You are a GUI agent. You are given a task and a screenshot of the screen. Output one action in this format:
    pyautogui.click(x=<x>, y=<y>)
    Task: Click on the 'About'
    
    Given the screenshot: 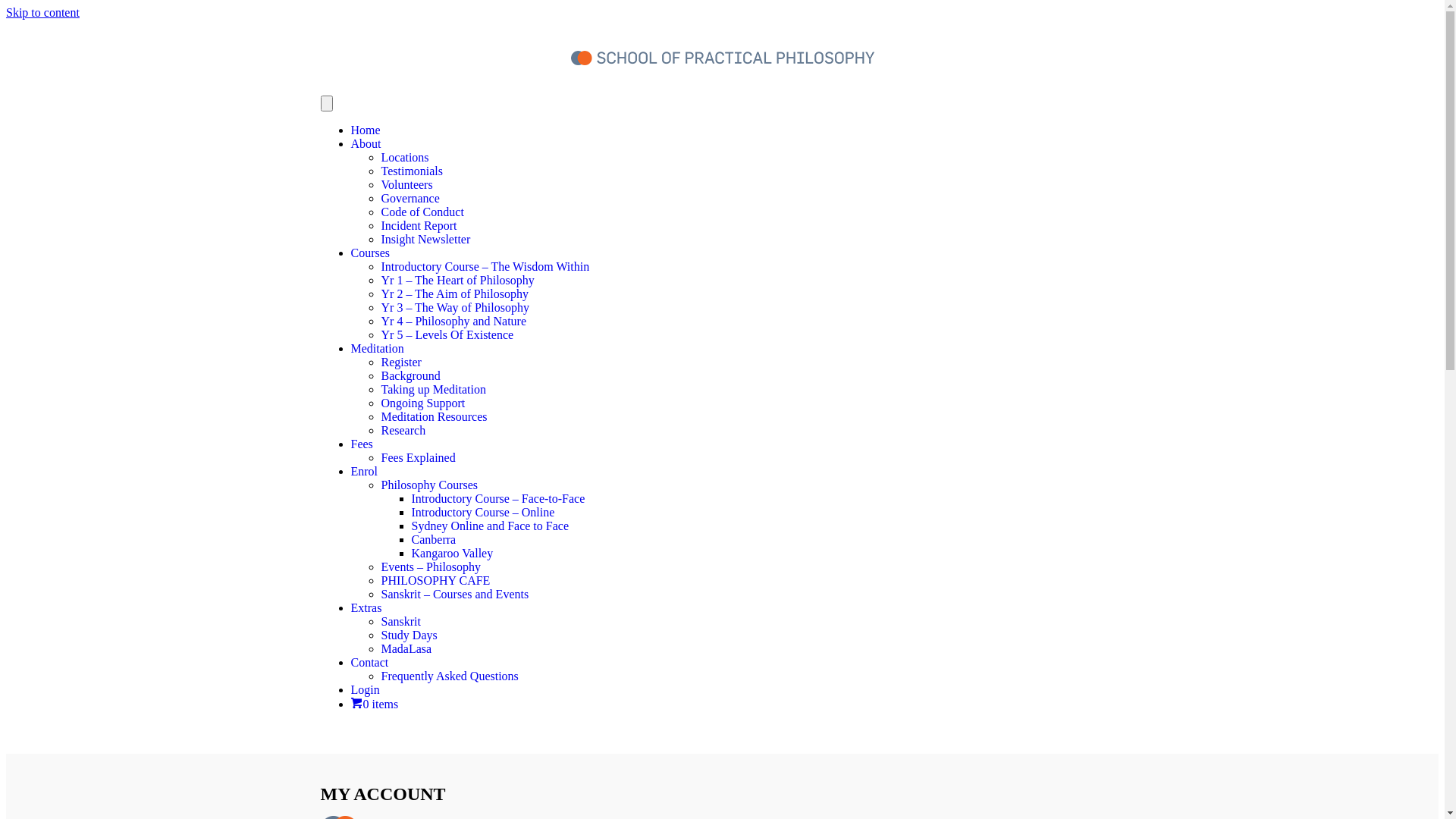 What is the action you would take?
    pyautogui.click(x=365, y=143)
    